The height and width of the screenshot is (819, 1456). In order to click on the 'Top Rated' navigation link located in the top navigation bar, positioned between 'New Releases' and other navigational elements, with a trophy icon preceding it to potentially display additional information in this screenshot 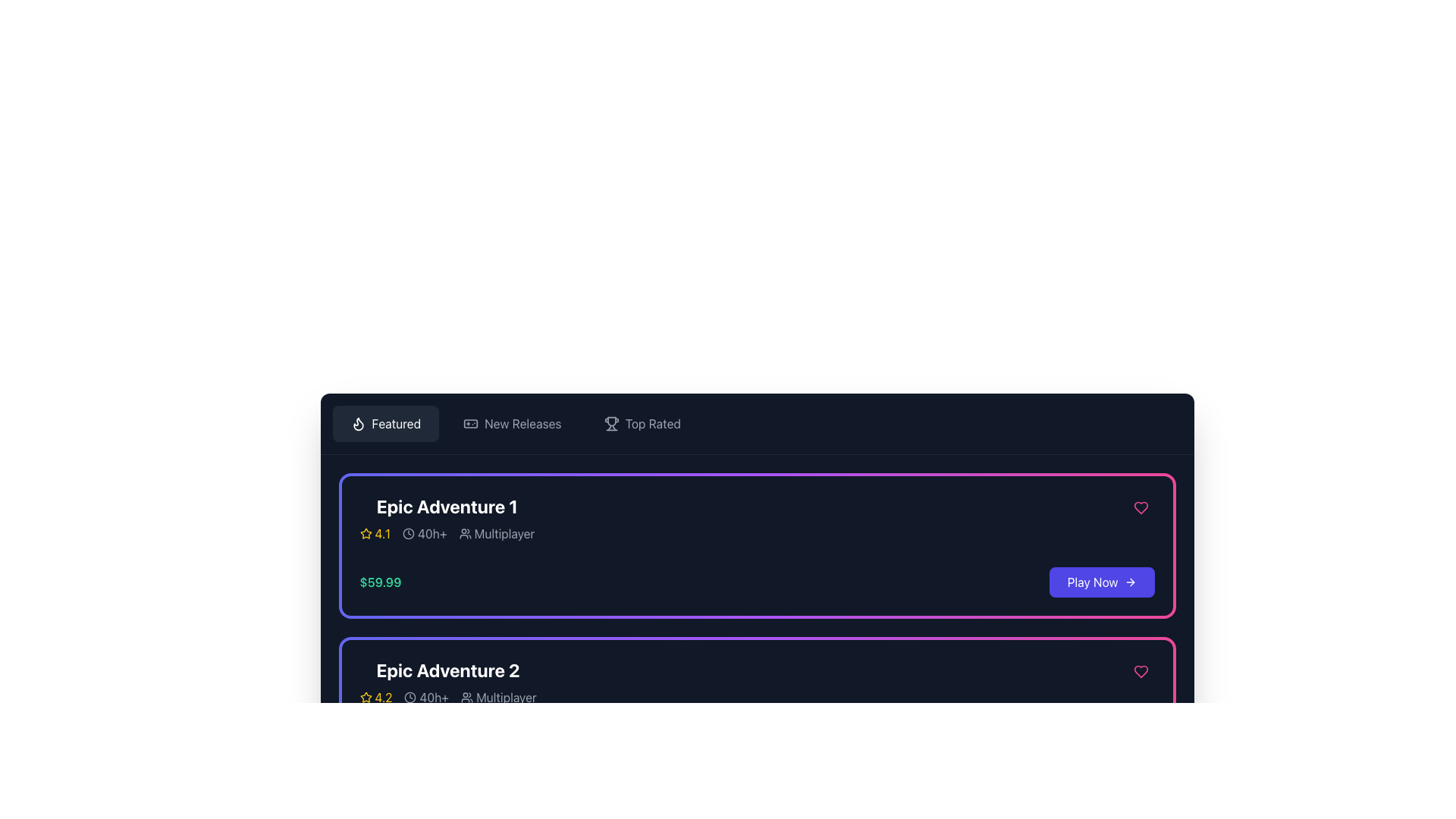, I will do `click(653, 424)`.